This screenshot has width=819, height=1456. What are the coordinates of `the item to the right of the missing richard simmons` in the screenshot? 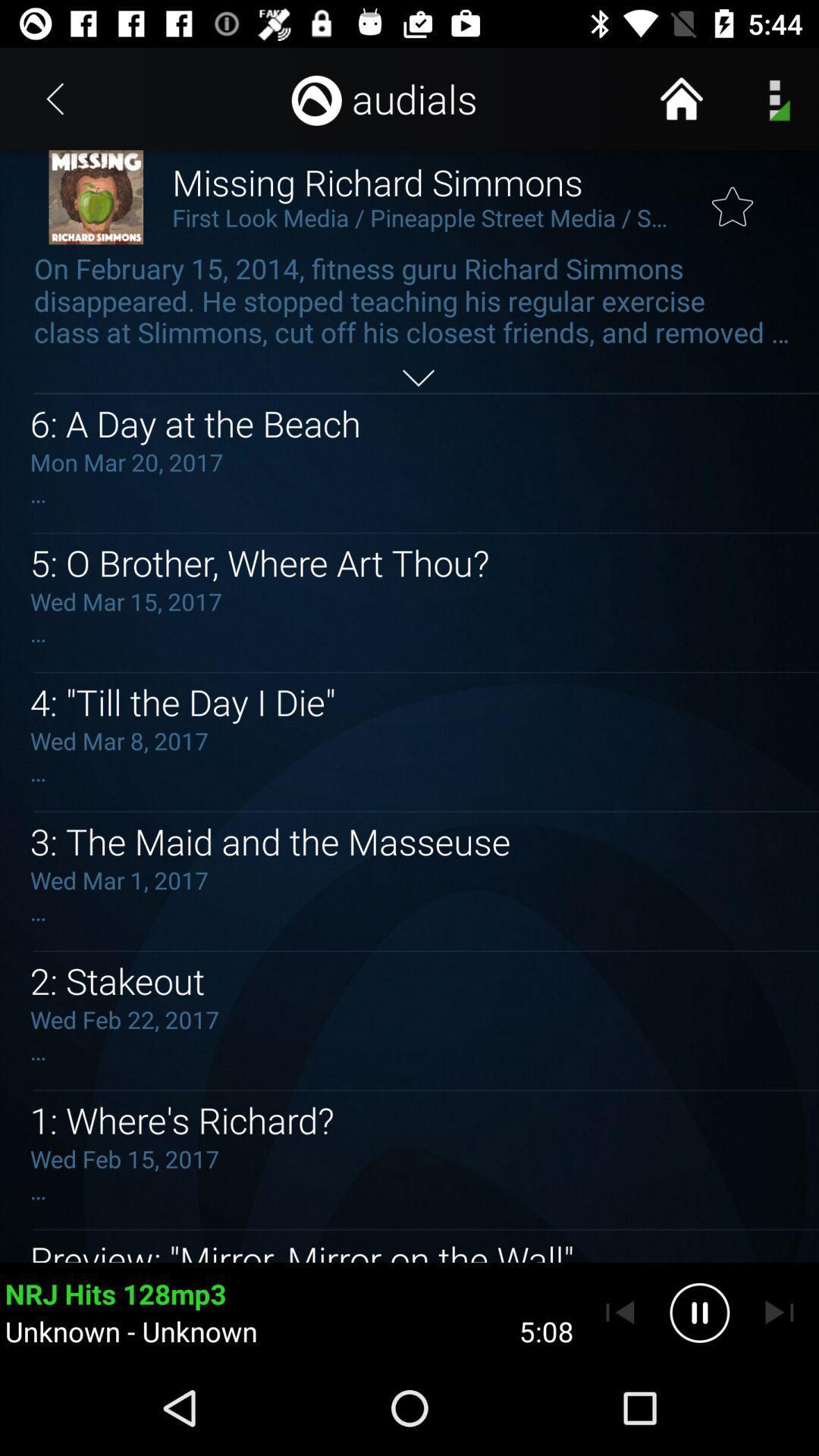 It's located at (732, 196).